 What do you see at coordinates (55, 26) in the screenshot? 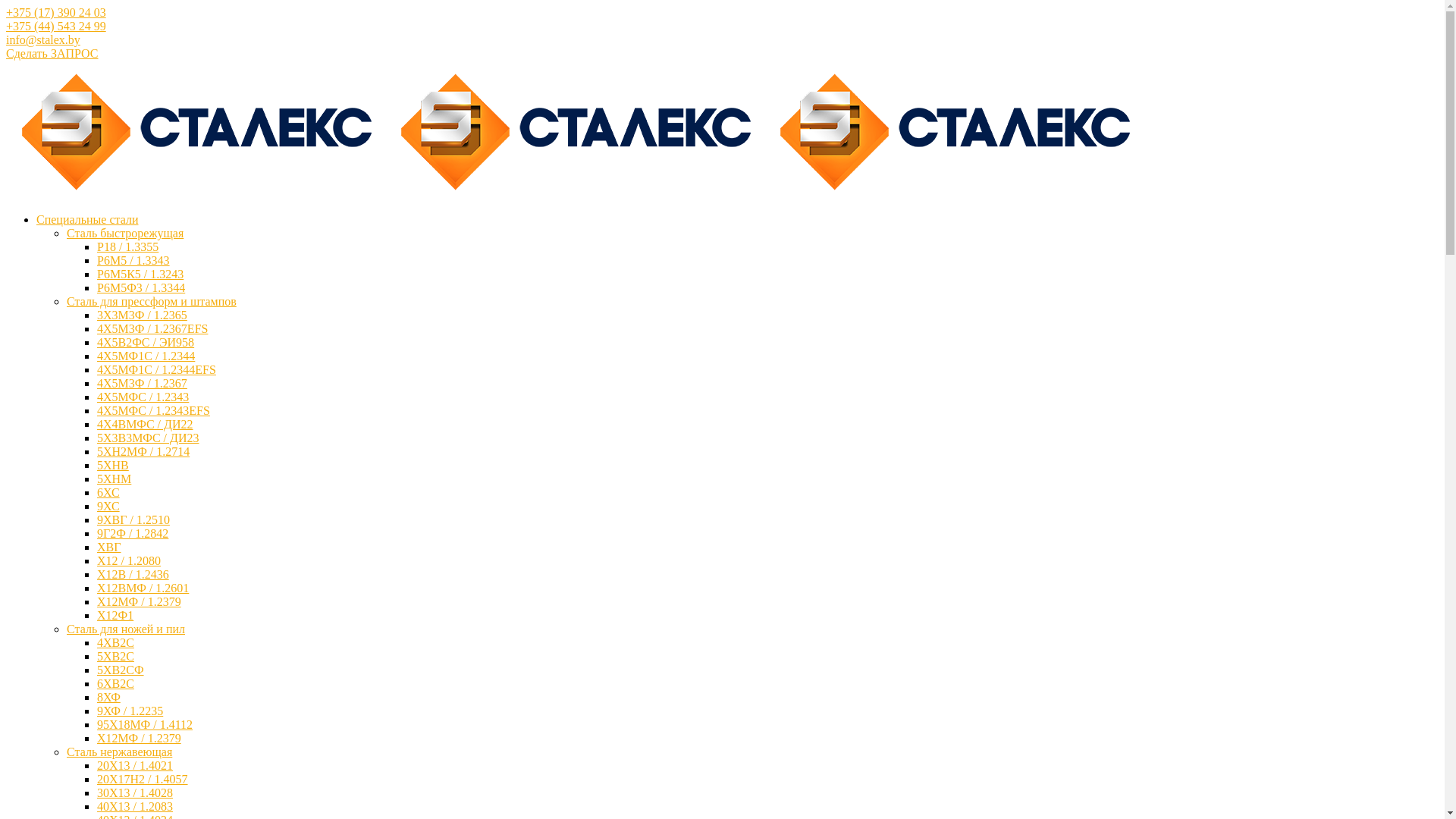
I see `'+375 (44) 543 24 99'` at bounding box center [55, 26].